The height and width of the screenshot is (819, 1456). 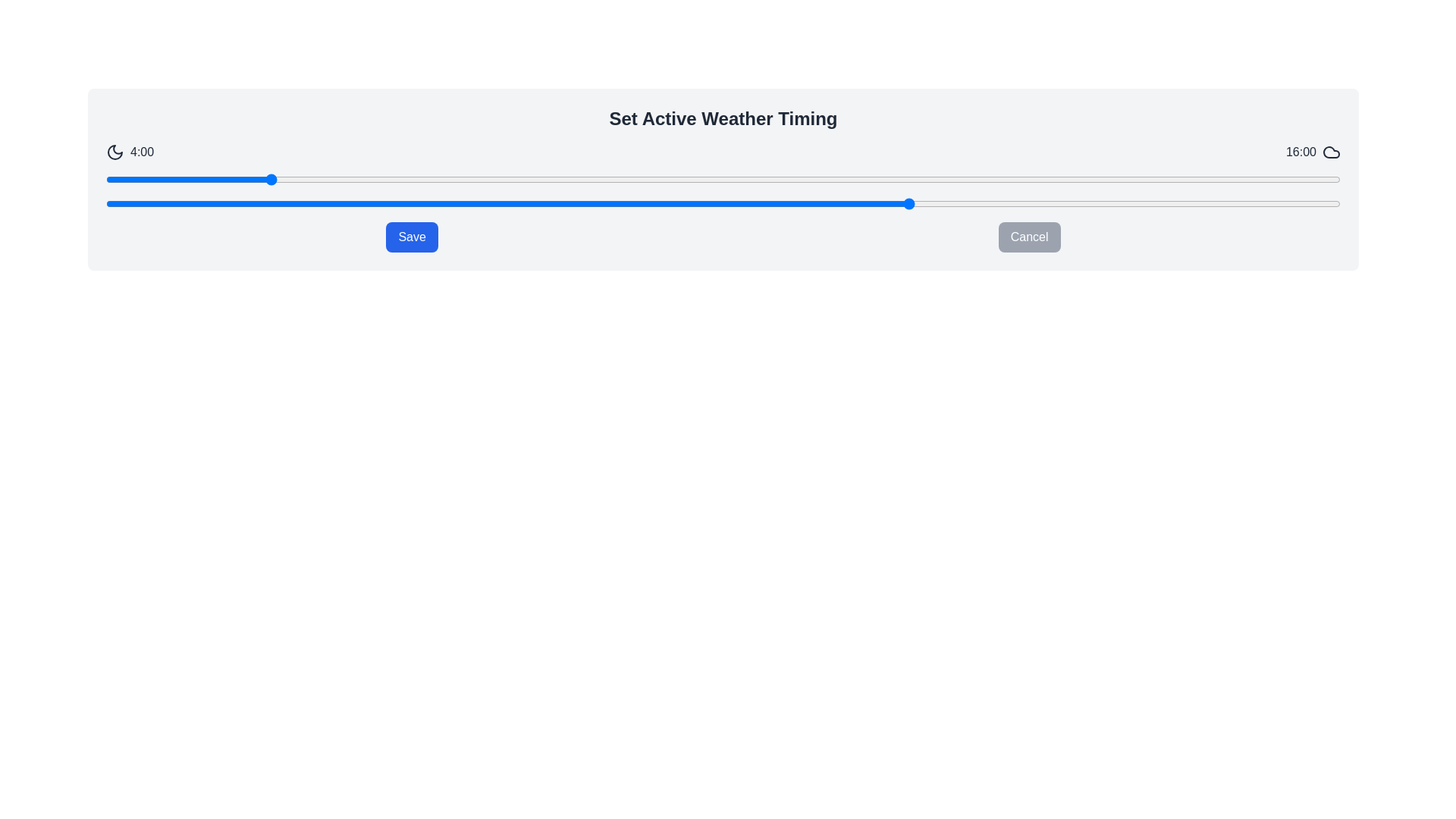 I want to click on the 'Cancel' button located to the right of the 'Save' button in the lower portion of the interface, so click(x=1029, y=237).